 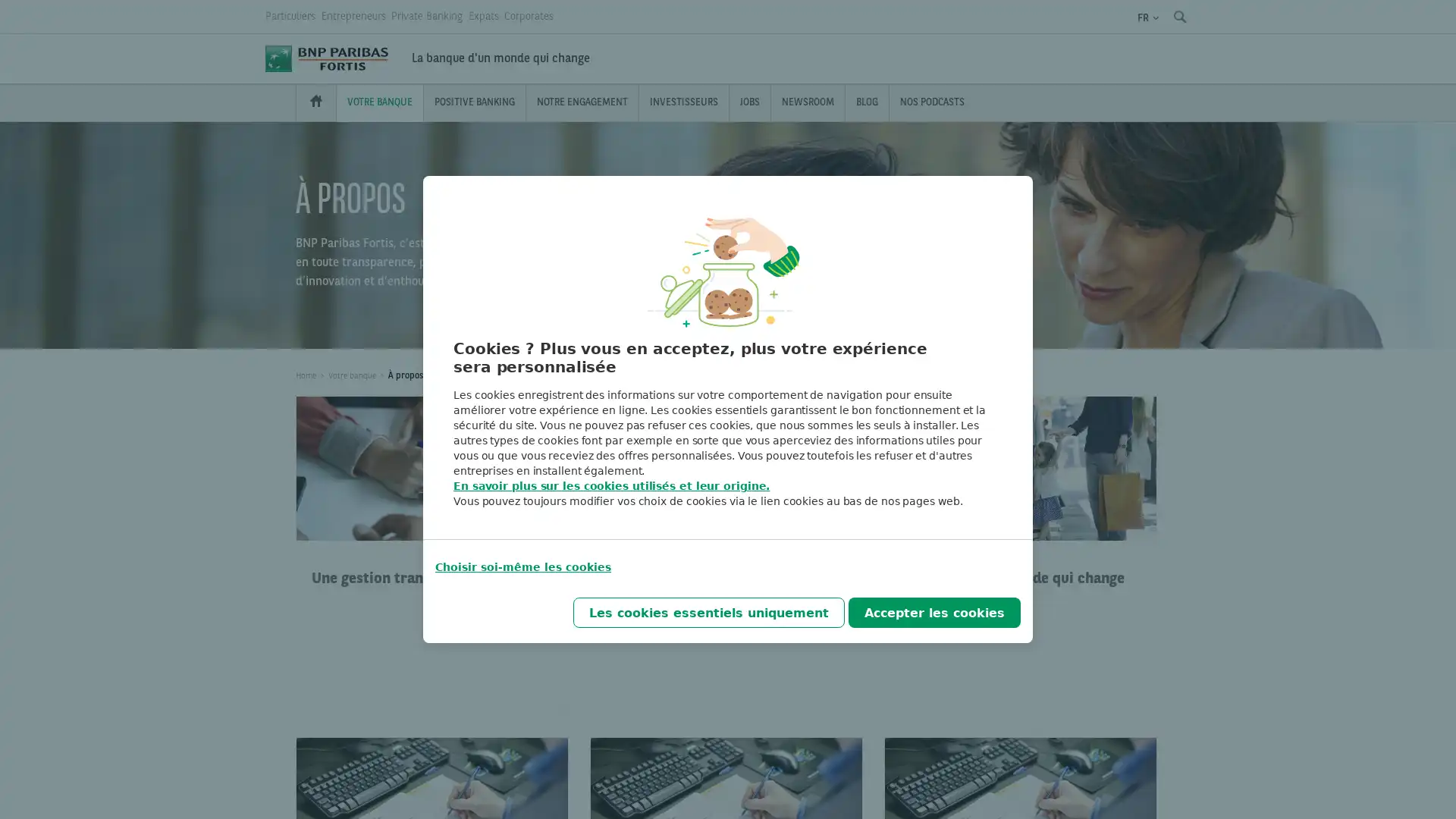 I want to click on Search, so click(x=1178, y=17).